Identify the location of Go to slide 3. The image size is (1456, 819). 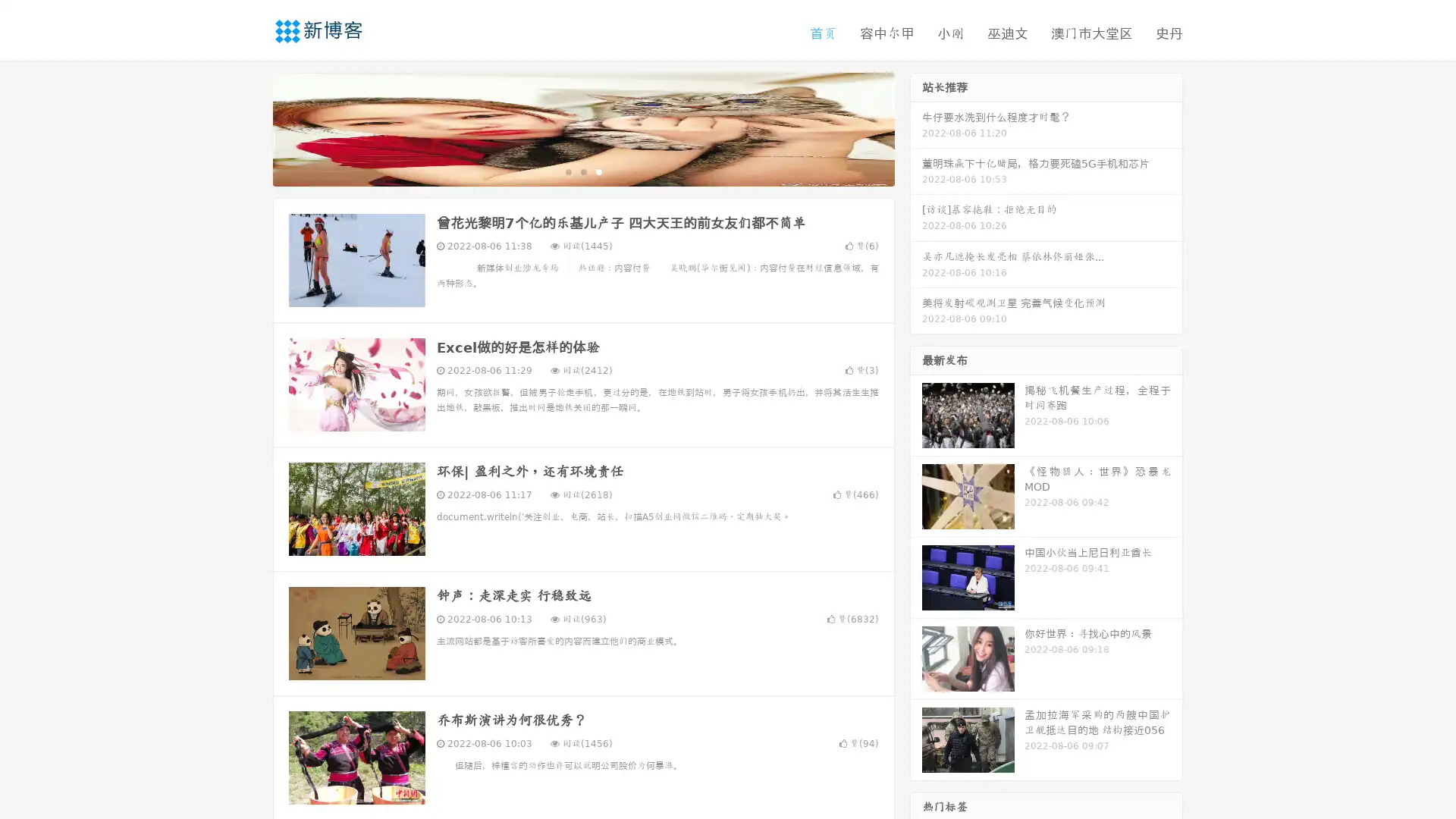
(598, 171).